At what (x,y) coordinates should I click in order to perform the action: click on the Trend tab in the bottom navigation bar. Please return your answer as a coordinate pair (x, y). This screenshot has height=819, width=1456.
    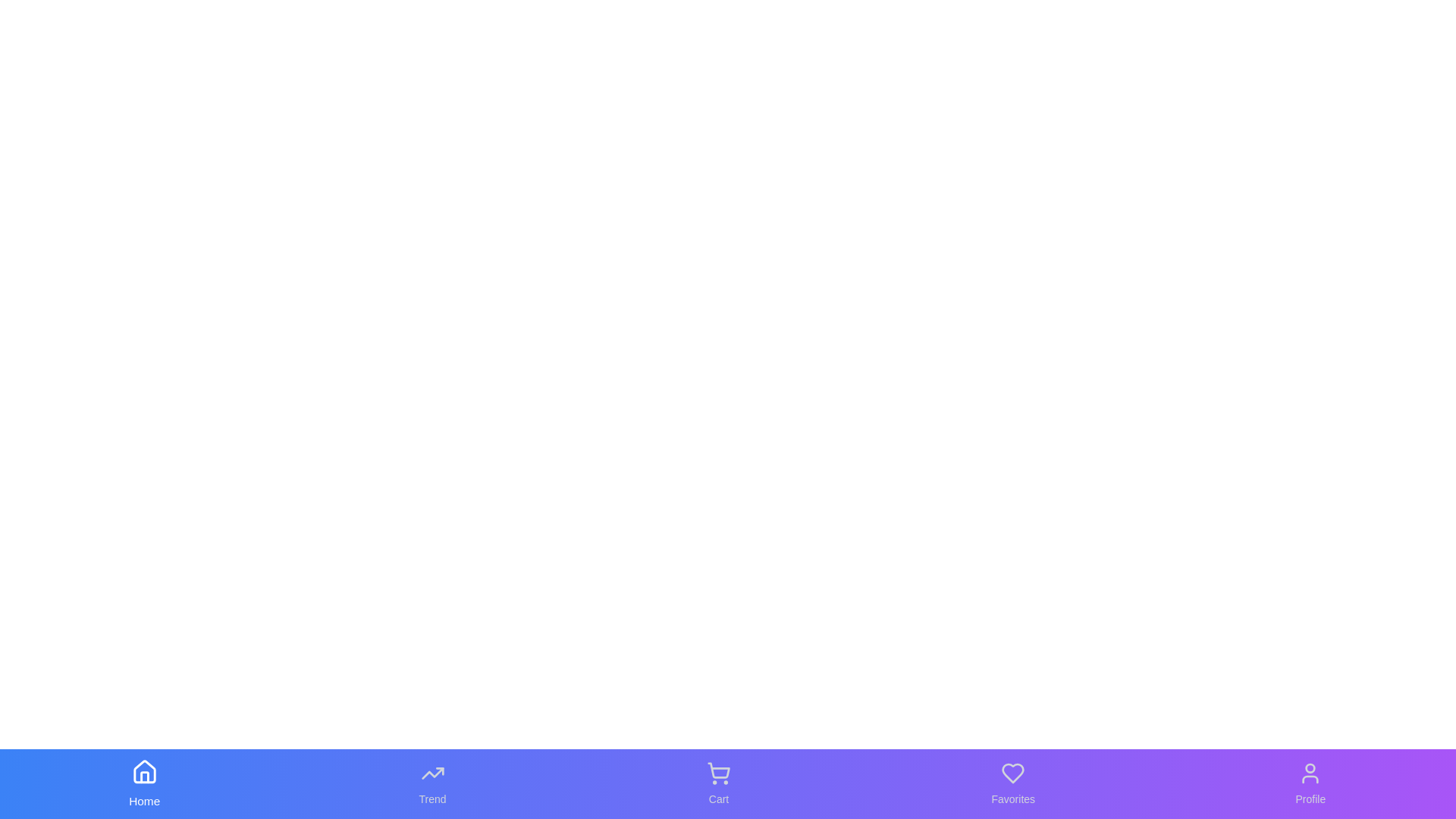
    Looking at the image, I should click on (431, 783).